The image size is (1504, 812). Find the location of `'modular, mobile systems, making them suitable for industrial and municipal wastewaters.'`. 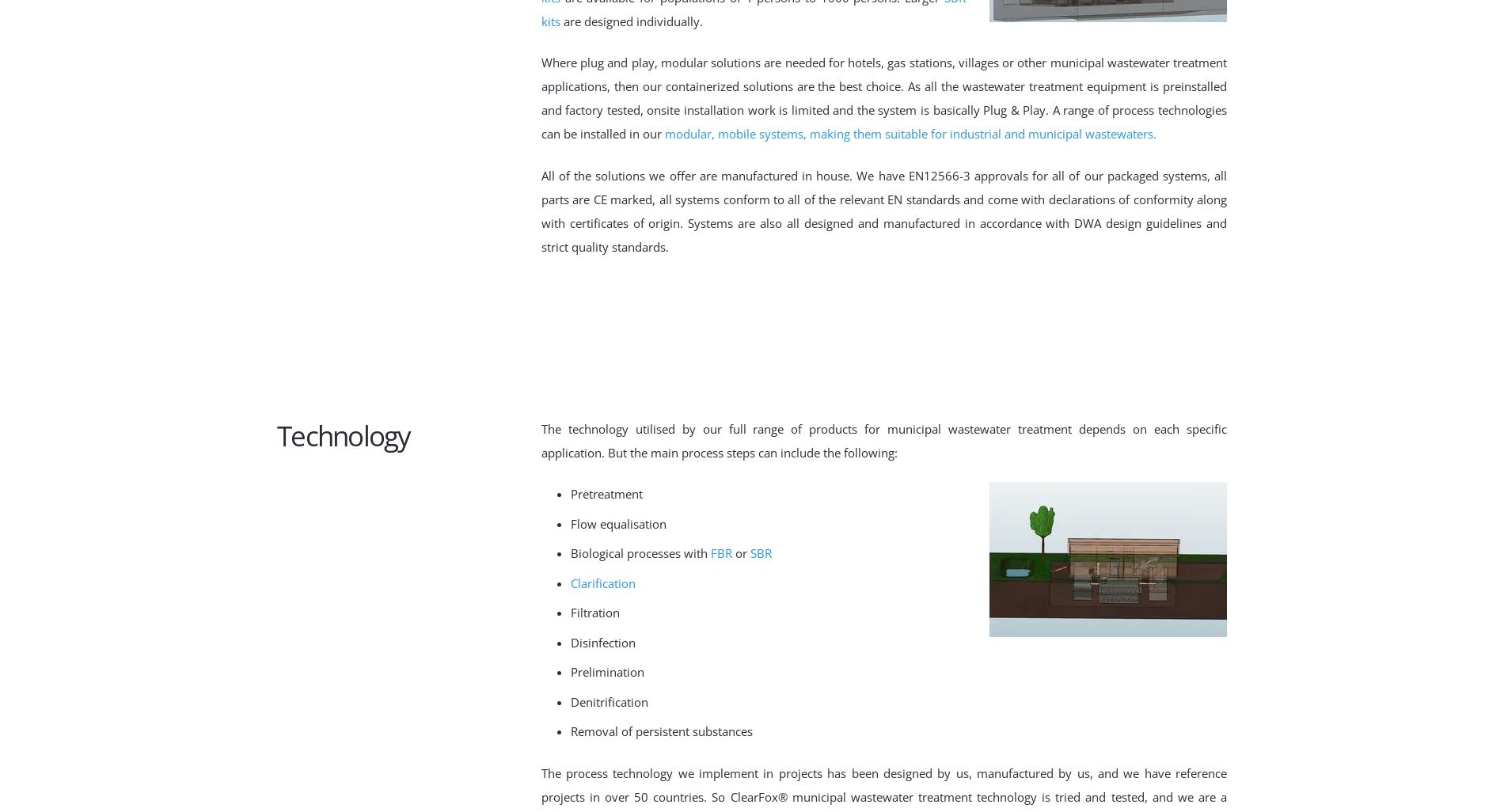

'modular, mobile systems, making them suitable for industrial and municipal wastewaters.' is located at coordinates (911, 132).